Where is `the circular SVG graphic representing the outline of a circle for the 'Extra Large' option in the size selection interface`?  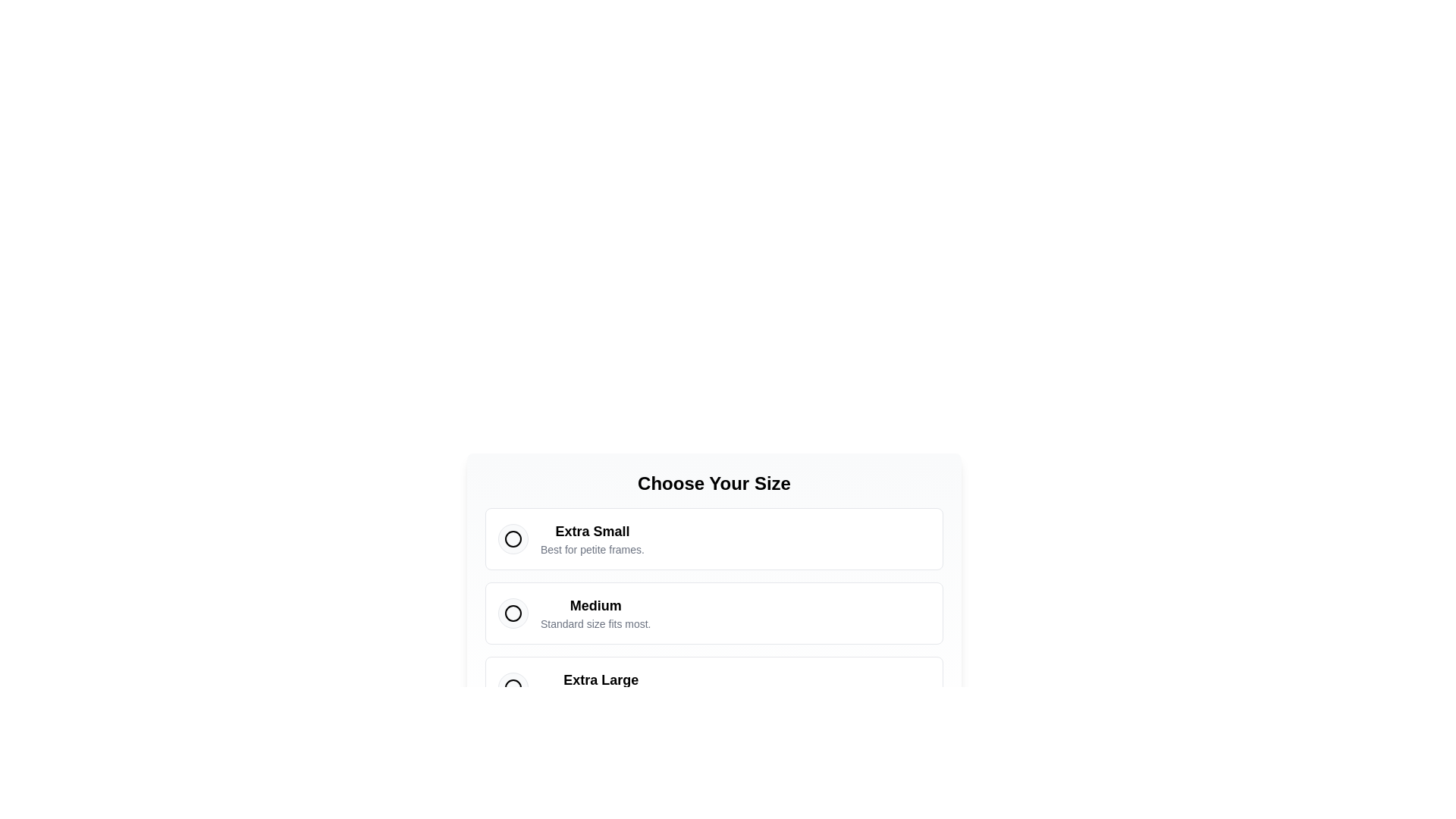 the circular SVG graphic representing the outline of a circle for the 'Extra Large' option in the size selection interface is located at coordinates (513, 687).